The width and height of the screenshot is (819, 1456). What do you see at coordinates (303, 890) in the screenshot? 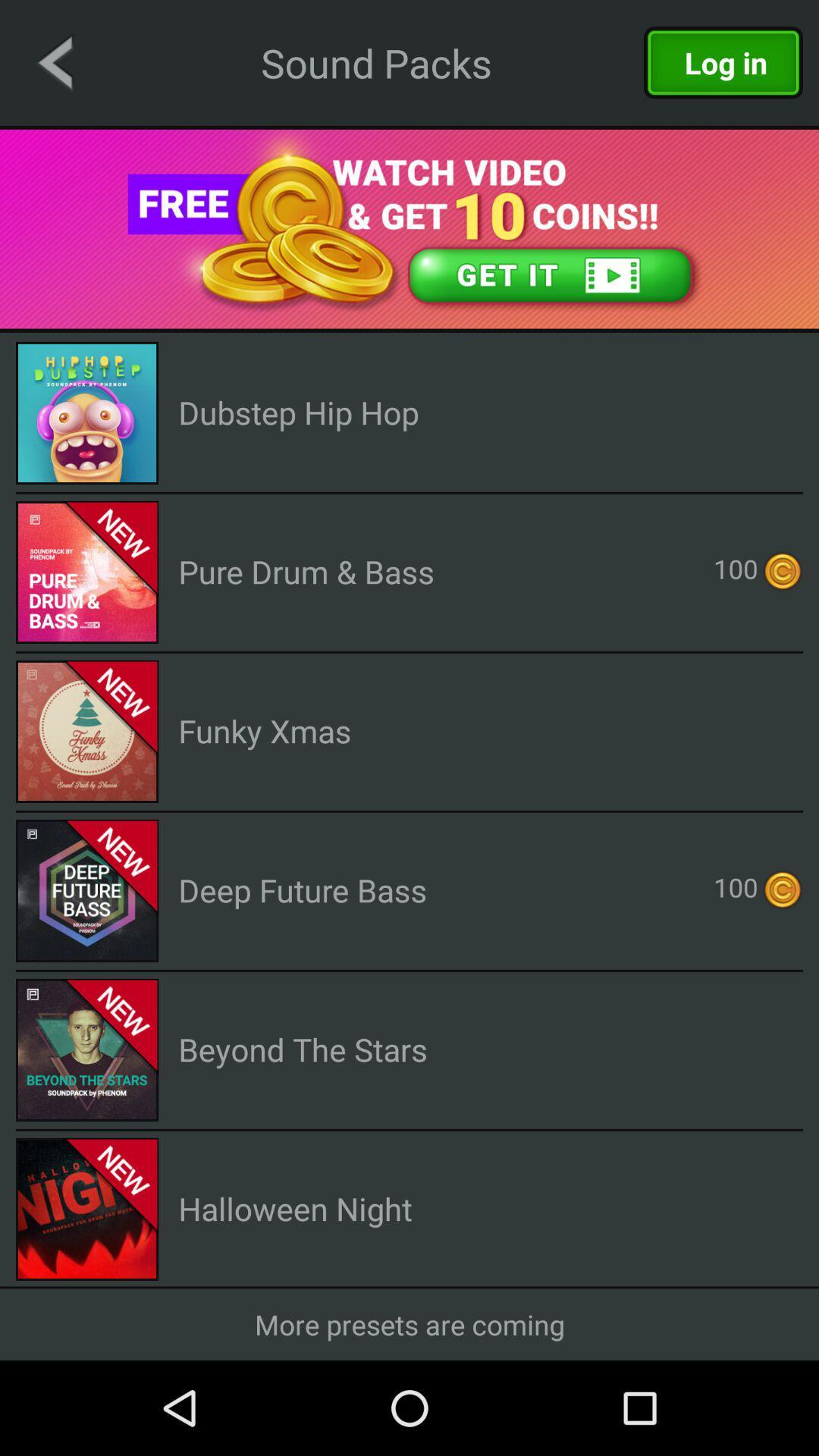
I see `the deep future bass icon` at bounding box center [303, 890].